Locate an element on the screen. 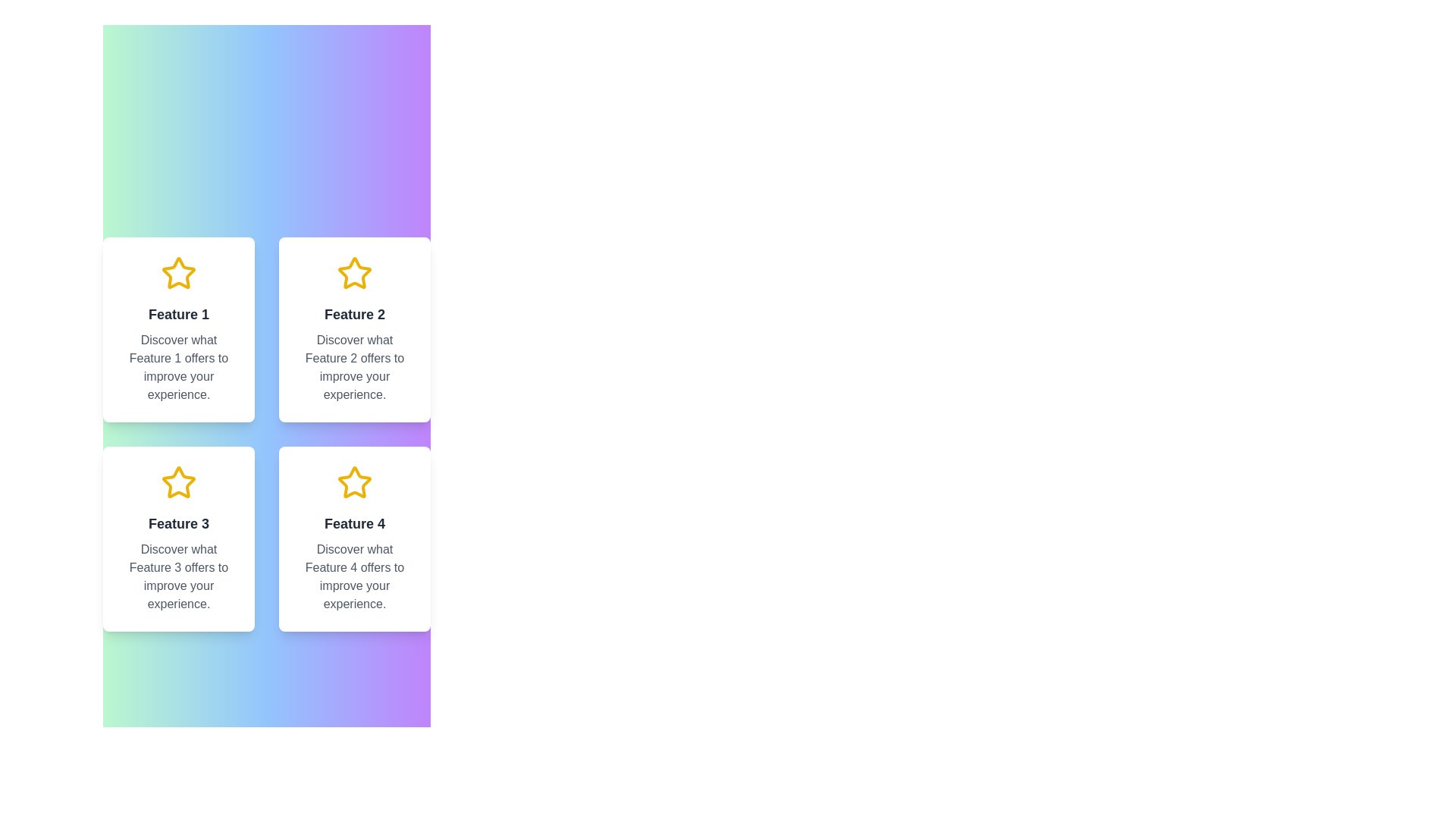  the star icon located at the top center of the white rectangular card labeled 'Feature 4' to interact with the rating feature is located at coordinates (353, 482).